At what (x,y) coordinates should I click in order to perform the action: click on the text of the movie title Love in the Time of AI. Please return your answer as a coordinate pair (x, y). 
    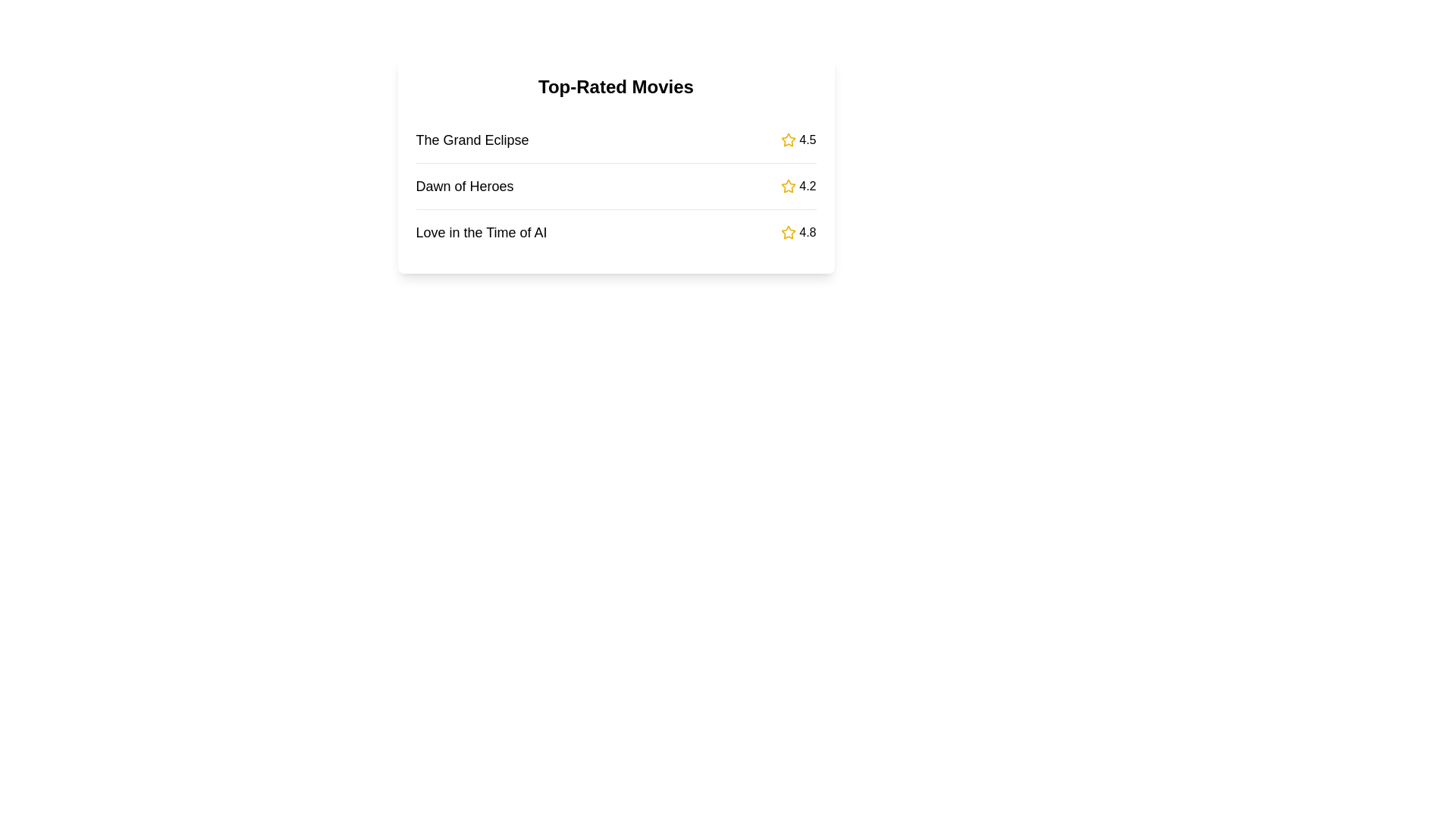
    Looking at the image, I should click on (480, 233).